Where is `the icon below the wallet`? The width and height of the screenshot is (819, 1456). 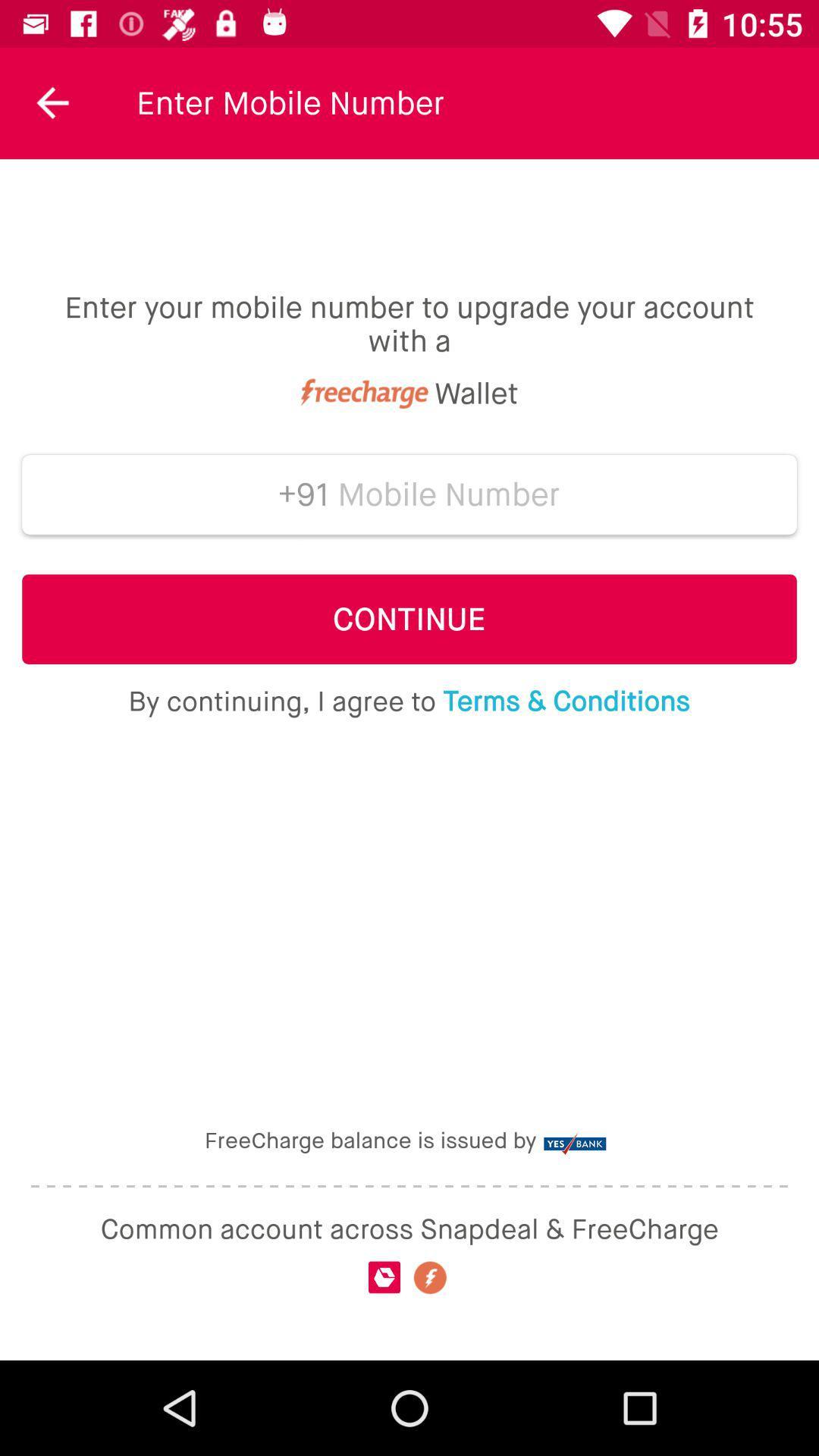 the icon below the wallet is located at coordinates (448, 494).